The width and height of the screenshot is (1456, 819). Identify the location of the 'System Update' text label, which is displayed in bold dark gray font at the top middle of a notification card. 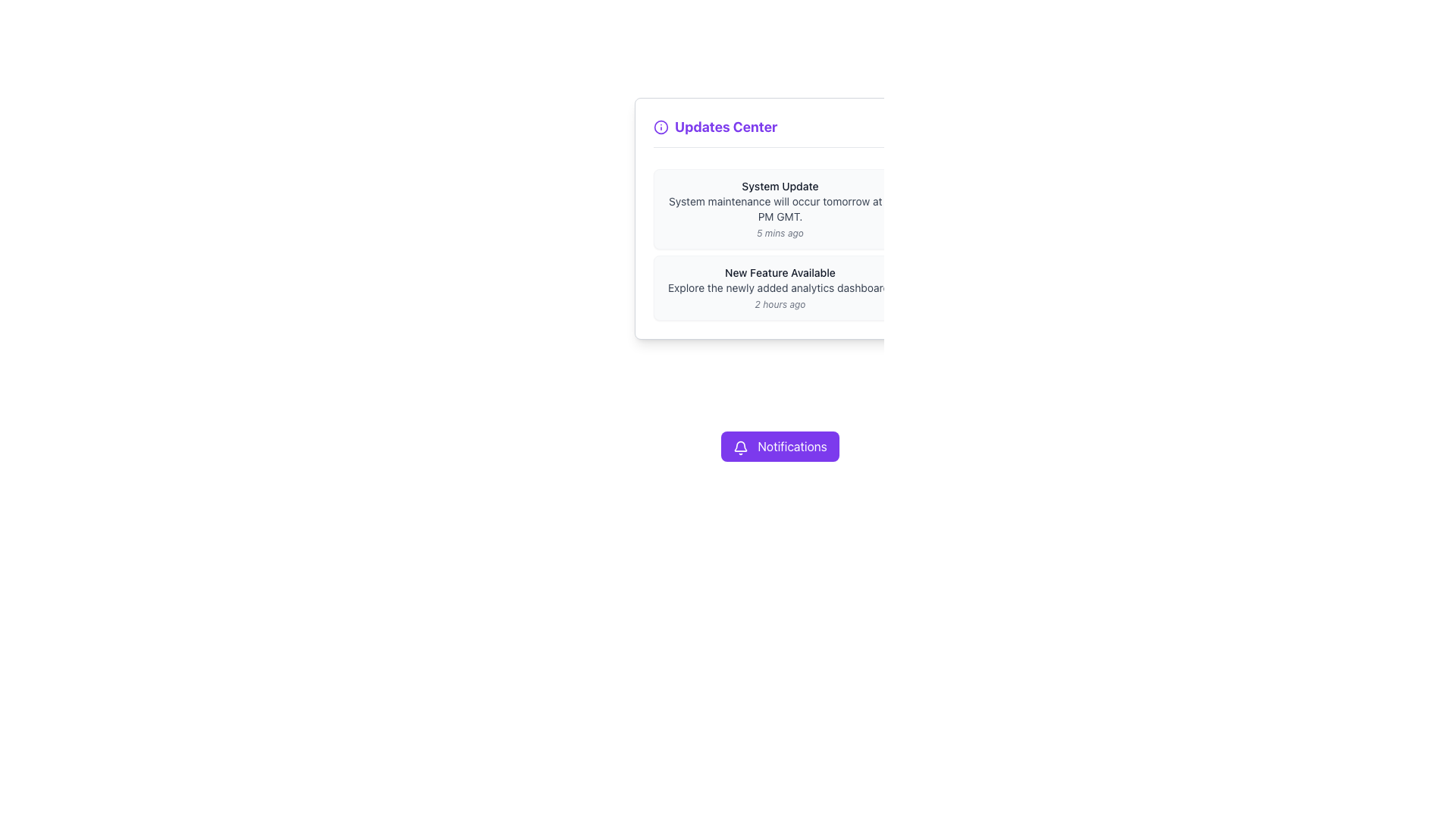
(780, 186).